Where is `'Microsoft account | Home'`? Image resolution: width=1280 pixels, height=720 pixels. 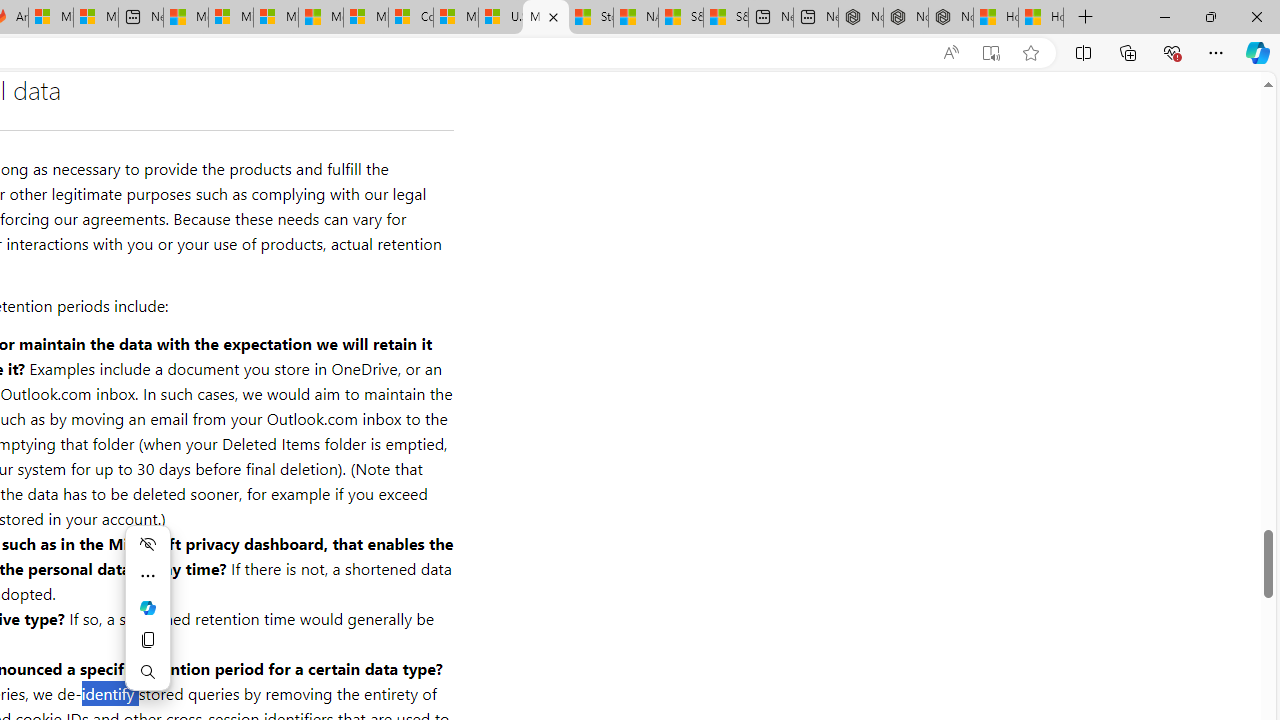
'Microsoft account | Home' is located at coordinates (274, 17).